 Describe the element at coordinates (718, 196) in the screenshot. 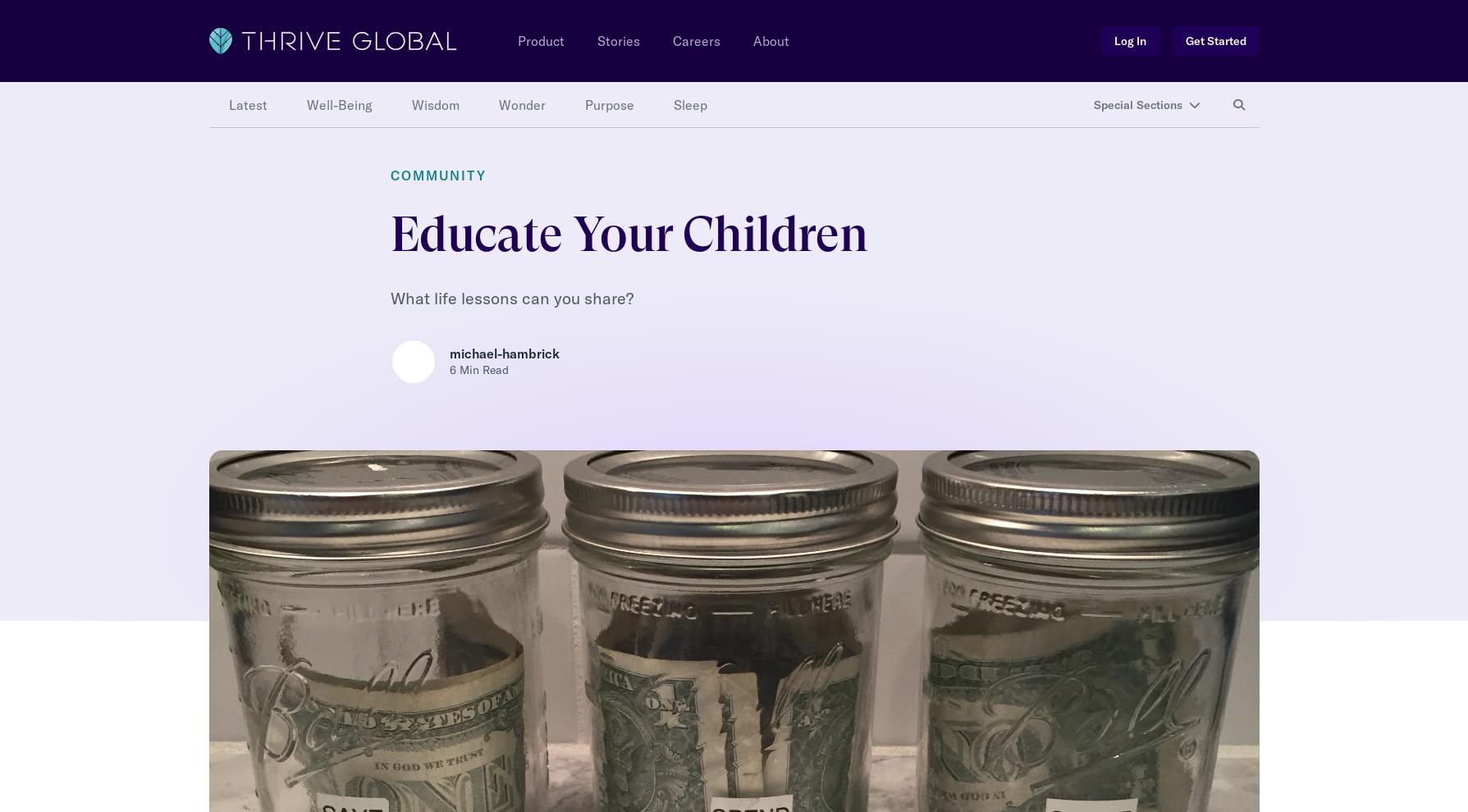

I see `'Aside from some extreme cases, he’s allowed to use his “spend” money on whatever he wants. We’d rather he learn valuable lessons about spending on small things now, versus down the road when the stakes are higher.'` at that location.